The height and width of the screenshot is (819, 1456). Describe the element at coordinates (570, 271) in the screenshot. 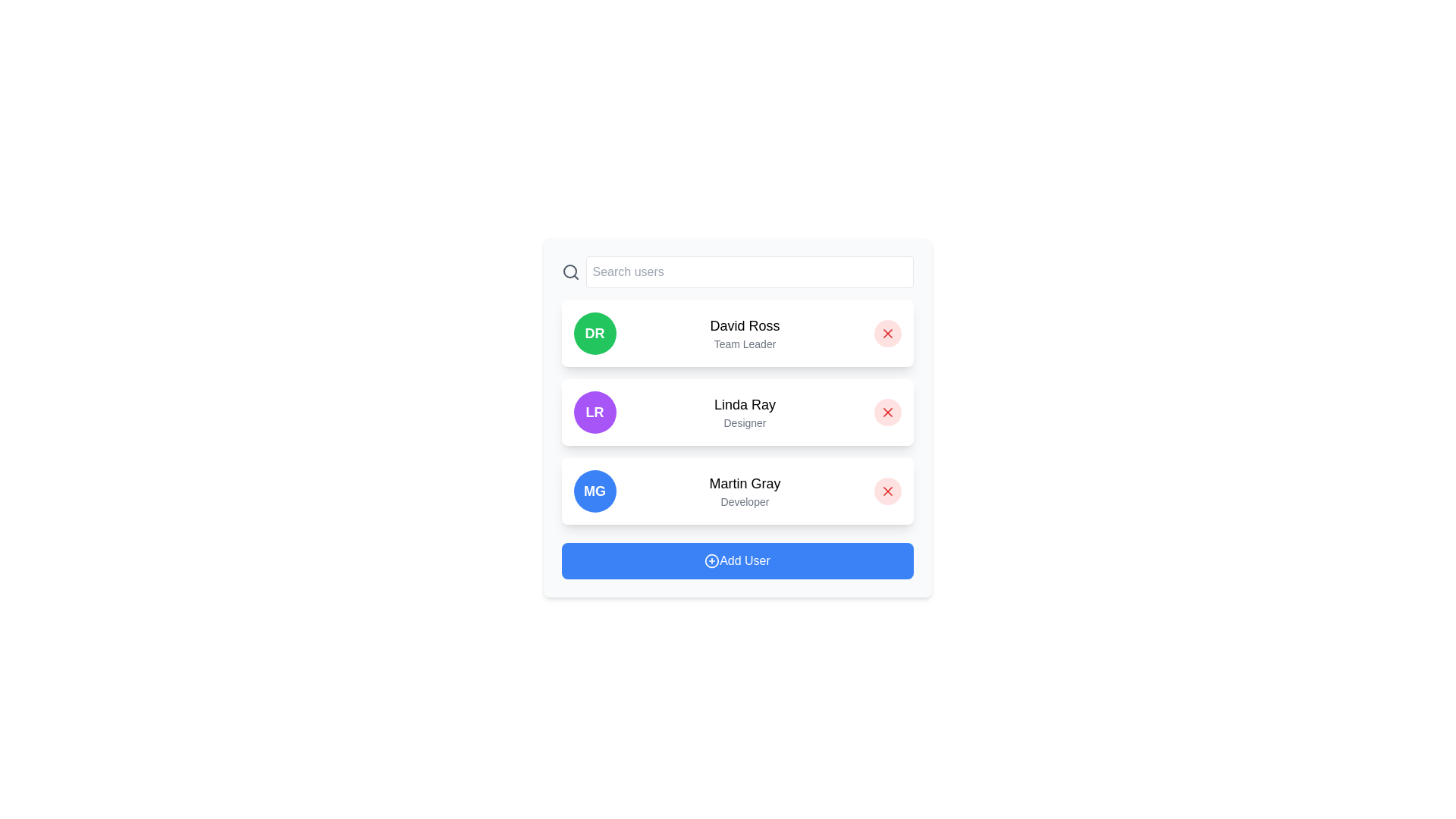

I see `the visually styled gray magnifying glass icon located to the left of the search input field to initiate a search` at that location.